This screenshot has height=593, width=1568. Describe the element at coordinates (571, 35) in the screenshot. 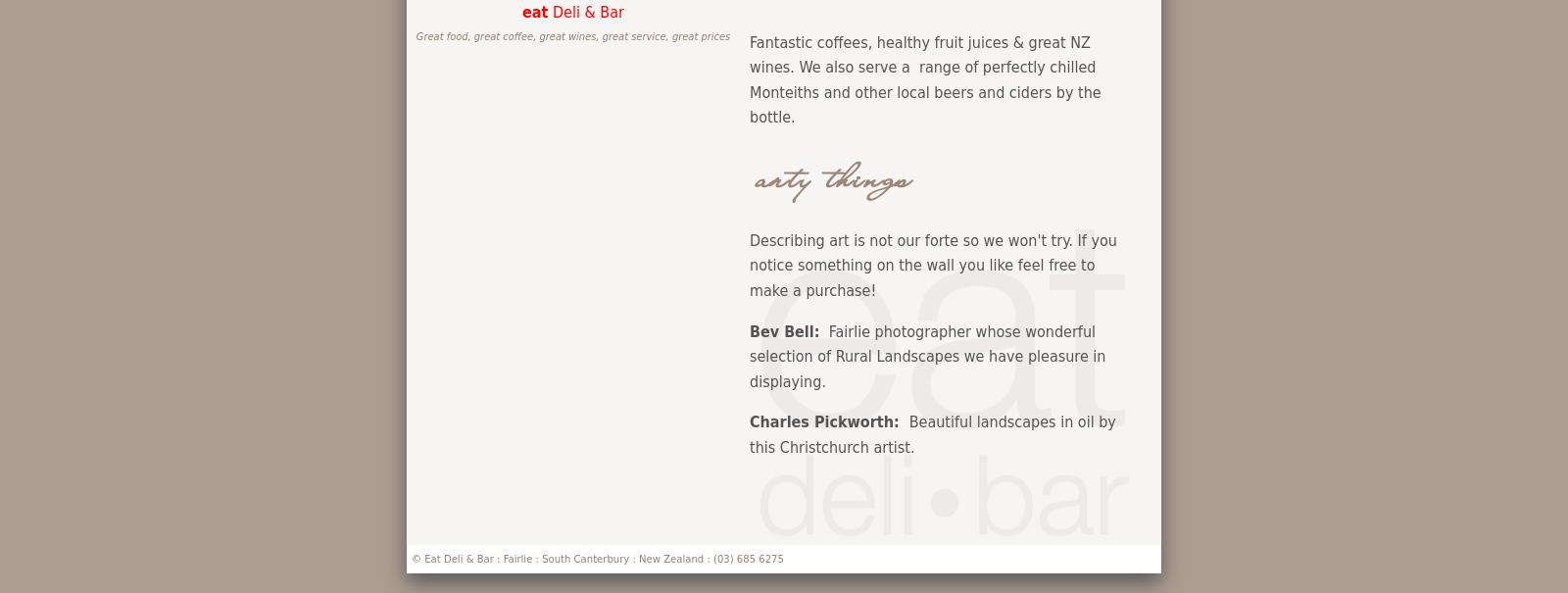

I see `'Great food, great coffee, great wines, great service, great prices'` at that location.